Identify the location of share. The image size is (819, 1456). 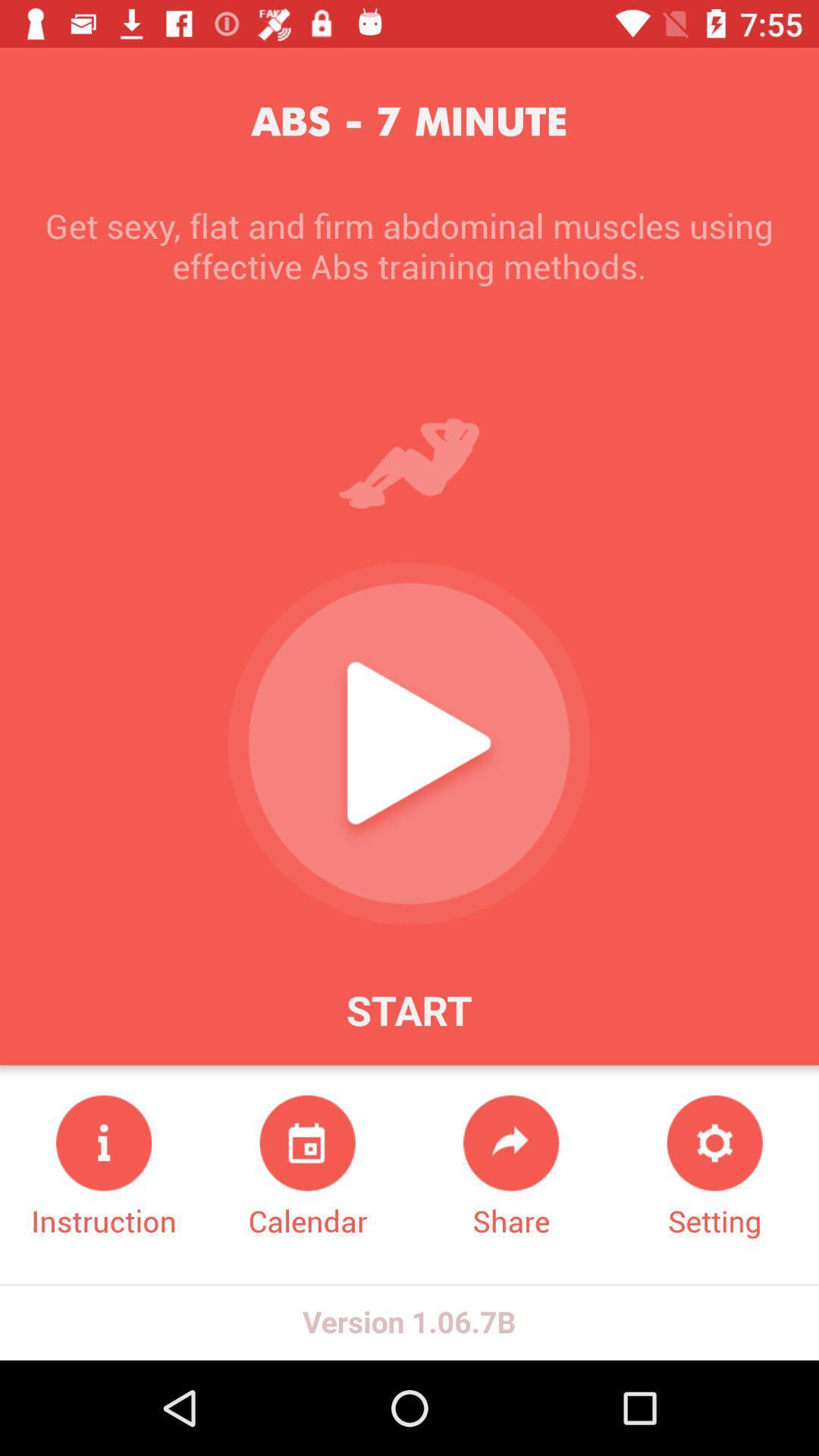
(511, 1167).